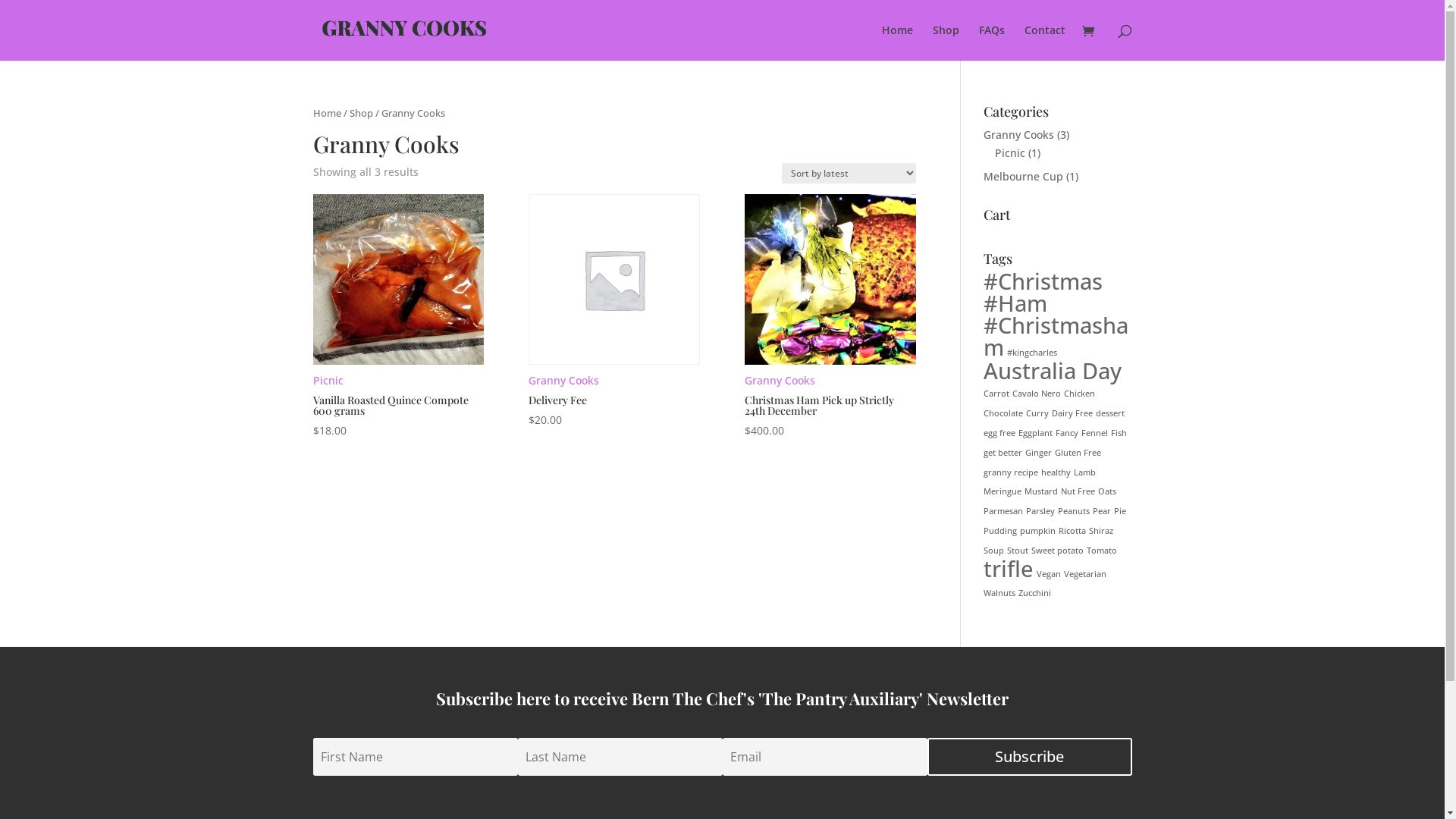 This screenshot has width=1456, height=819. What do you see at coordinates (1003, 413) in the screenshot?
I see `'Chocolate'` at bounding box center [1003, 413].